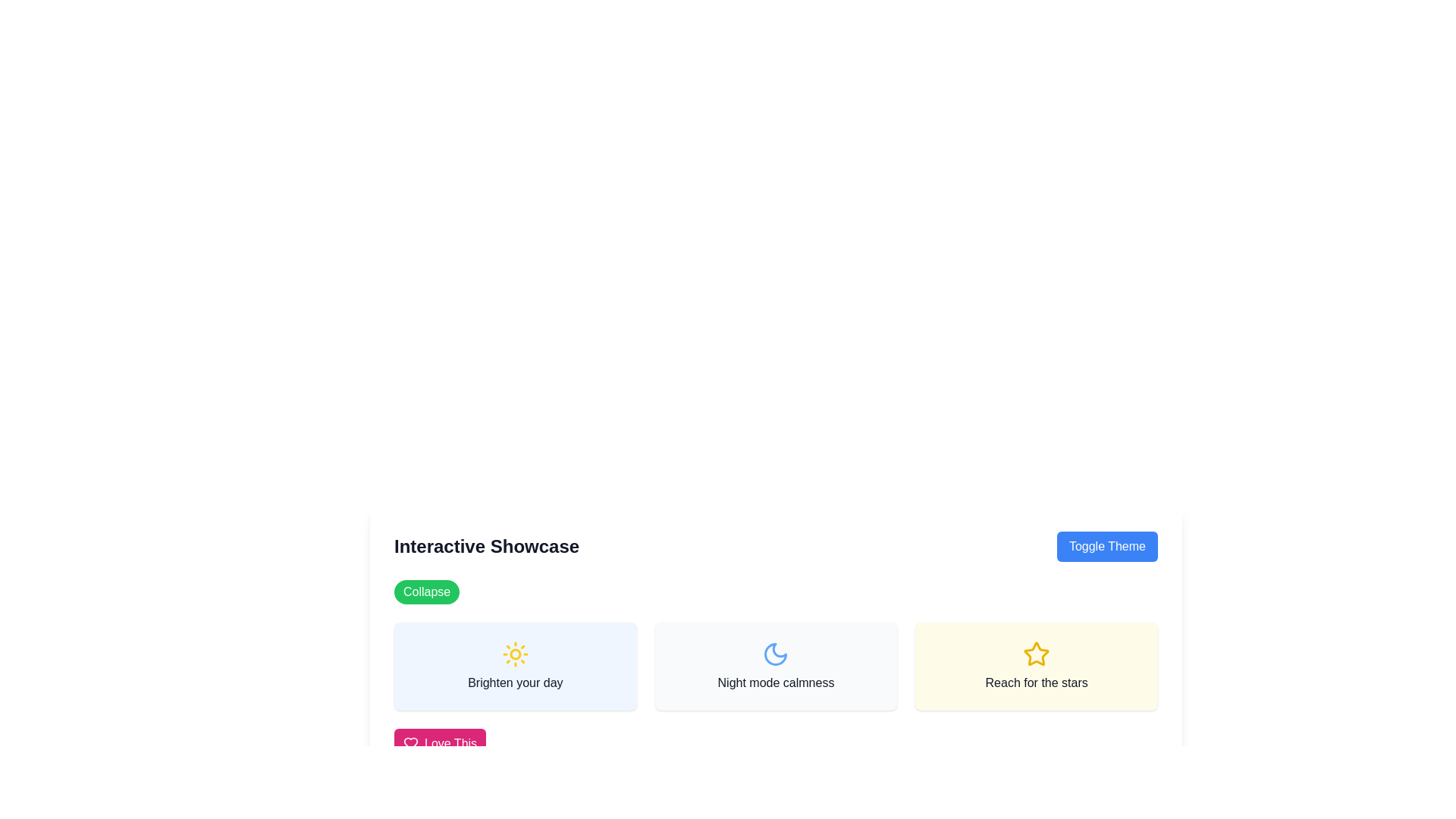 This screenshot has height=819, width=1456. Describe the element at coordinates (1107, 547) in the screenshot. I see `the rectangular button with rounded corners that has a blue background and white text reading 'Toggle Theme'` at that location.